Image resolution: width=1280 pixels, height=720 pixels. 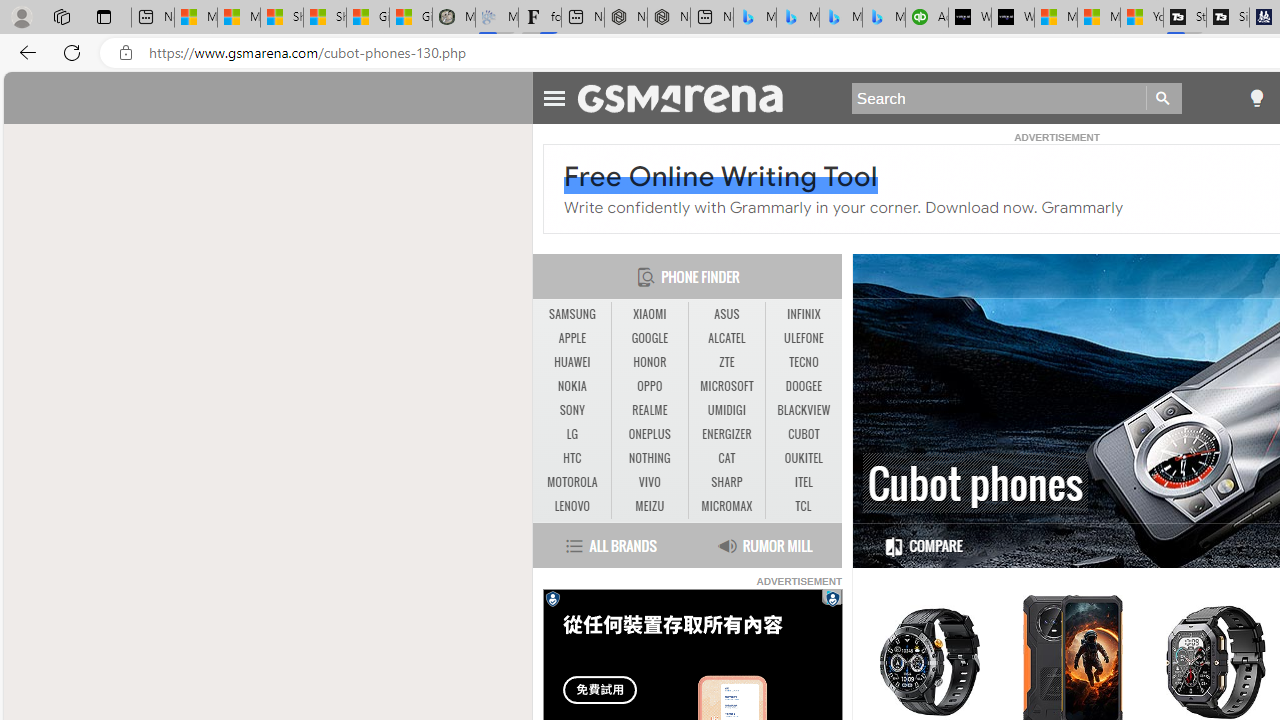 What do you see at coordinates (571, 314) in the screenshot?
I see `'SAMSUNG'` at bounding box center [571, 314].